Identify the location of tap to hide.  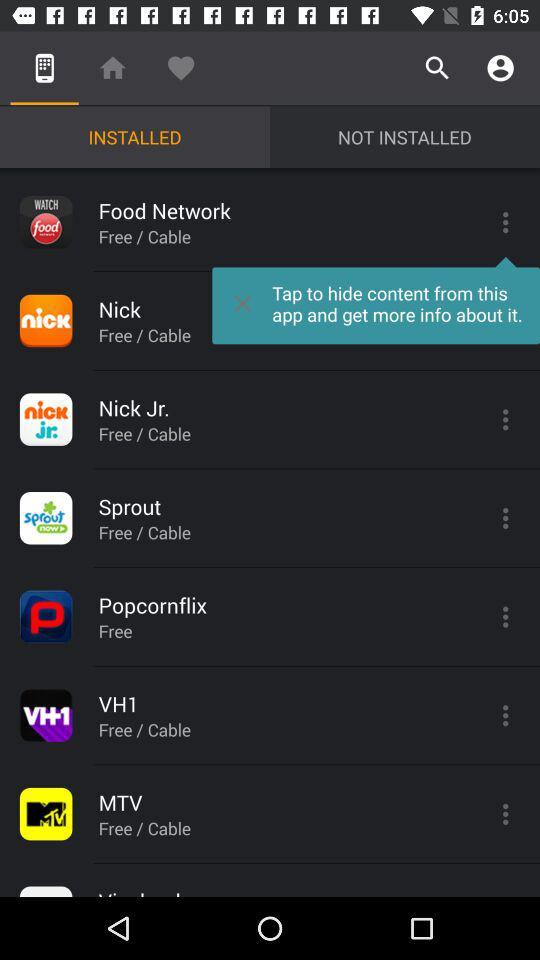
(376, 299).